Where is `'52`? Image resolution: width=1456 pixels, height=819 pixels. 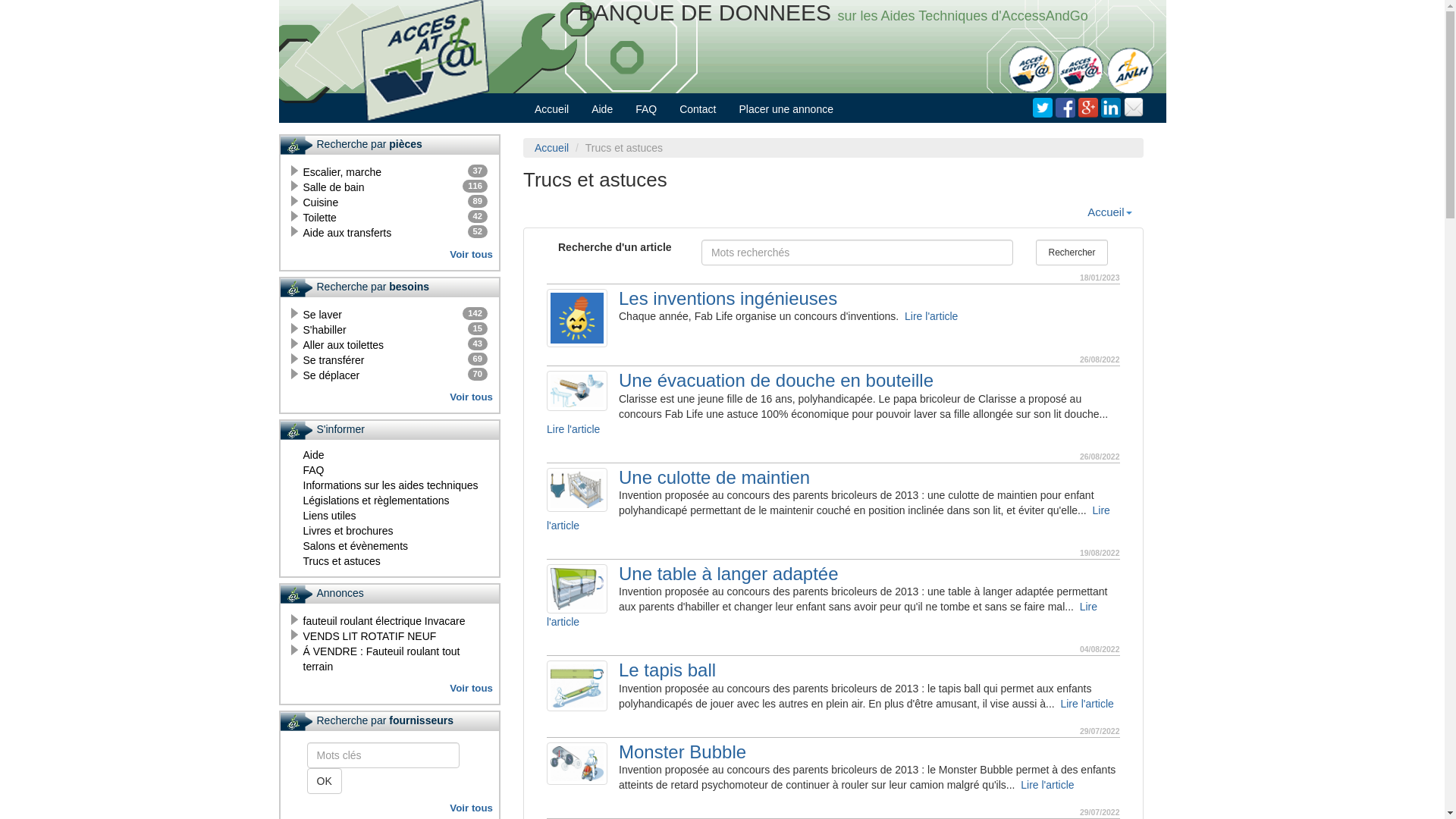 '52 is located at coordinates (347, 233).